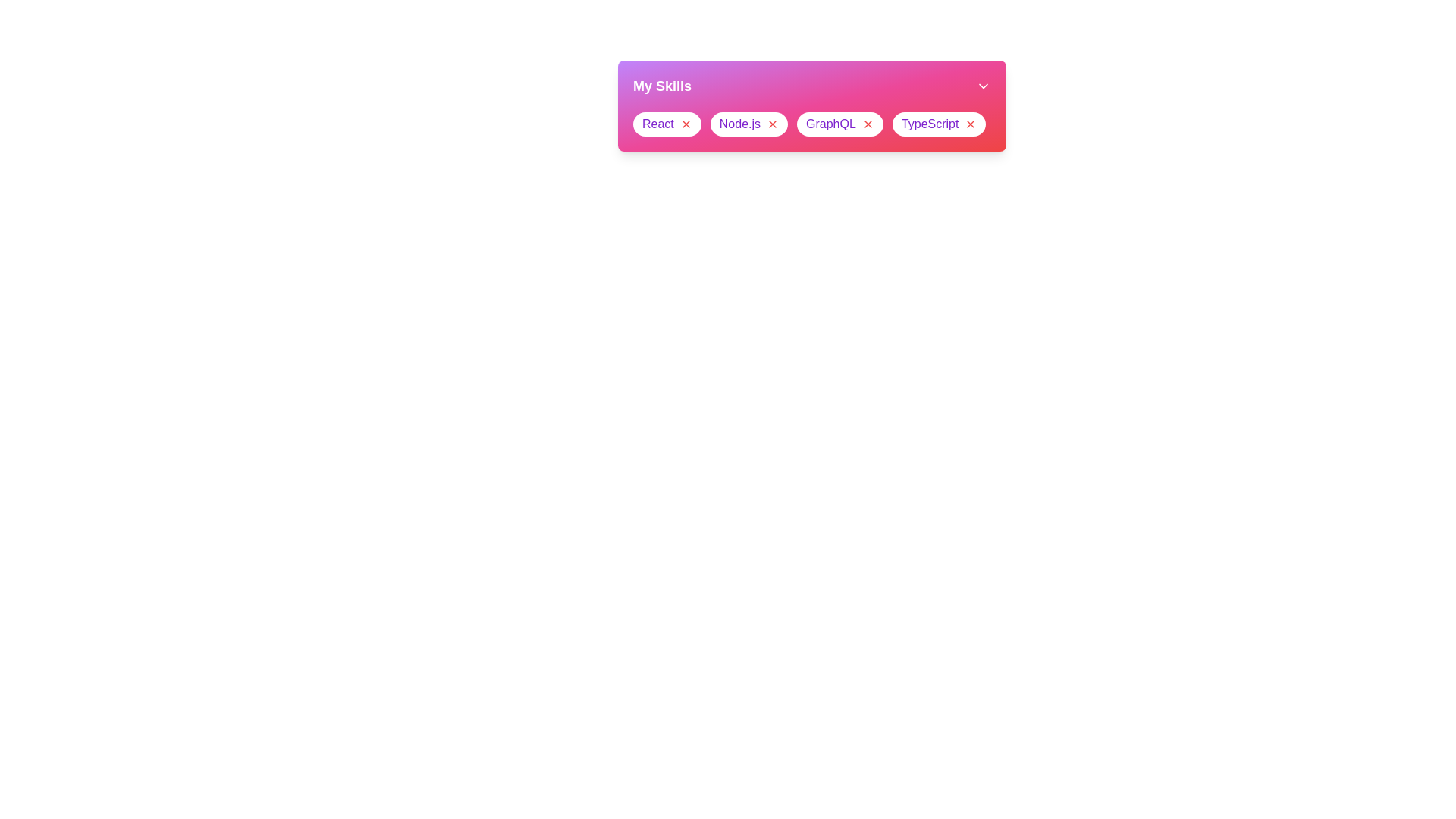  Describe the element at coordinates (929, 124) in the screenshot. I see `the skill text TypeScript to focus or select it` at that location.